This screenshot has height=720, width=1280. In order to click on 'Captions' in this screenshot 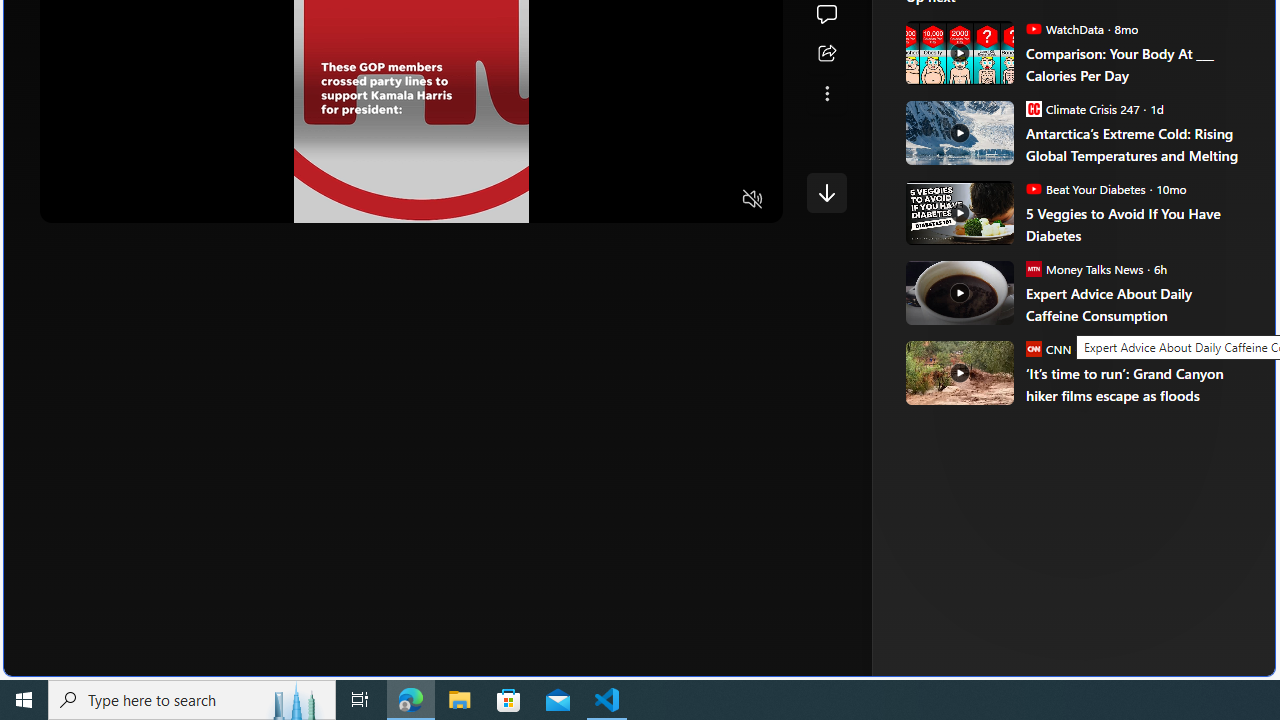, I will do `click(675, 200)`.